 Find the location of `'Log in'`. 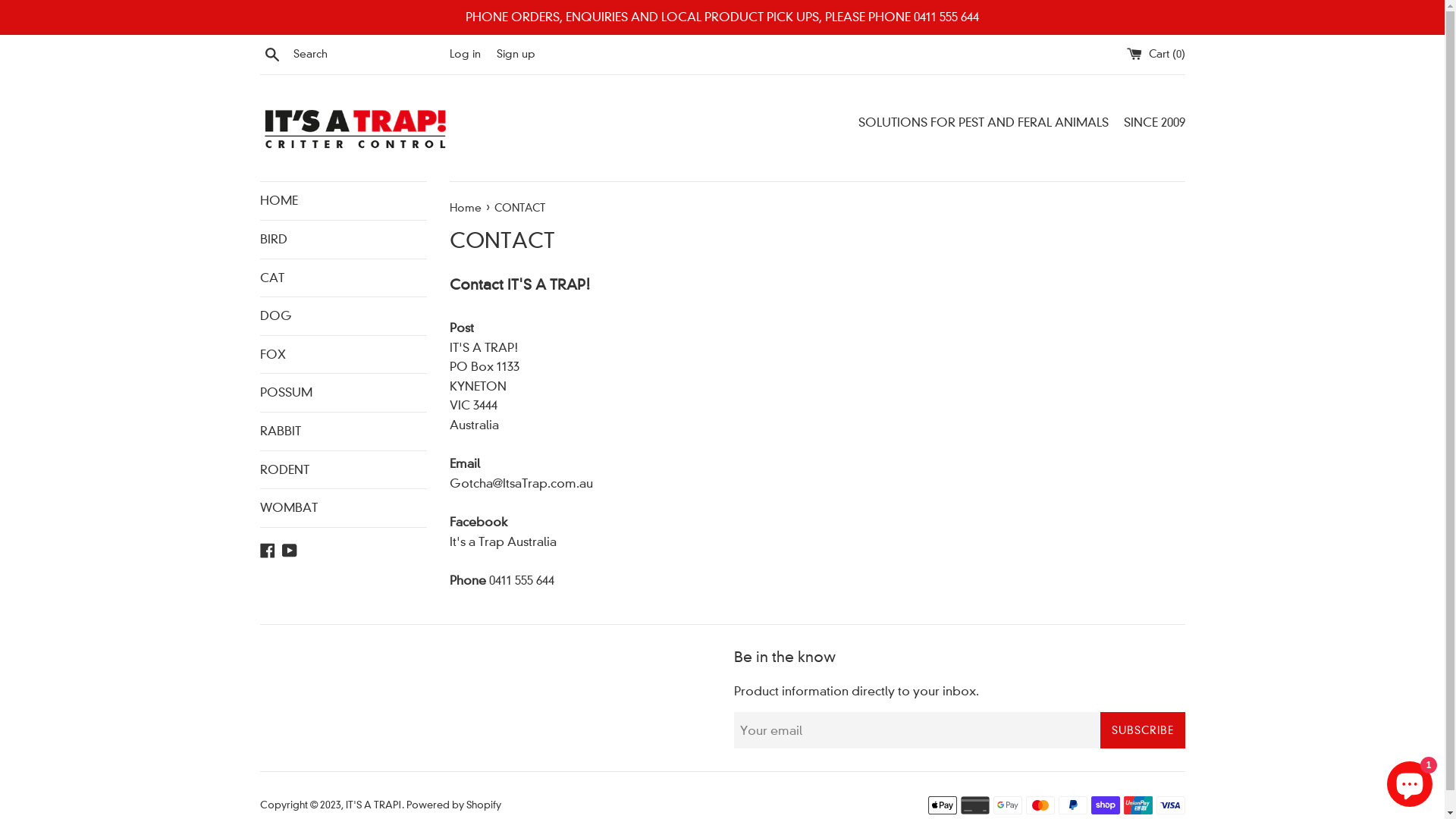

'Log in' is located at coordinates (463, 52).